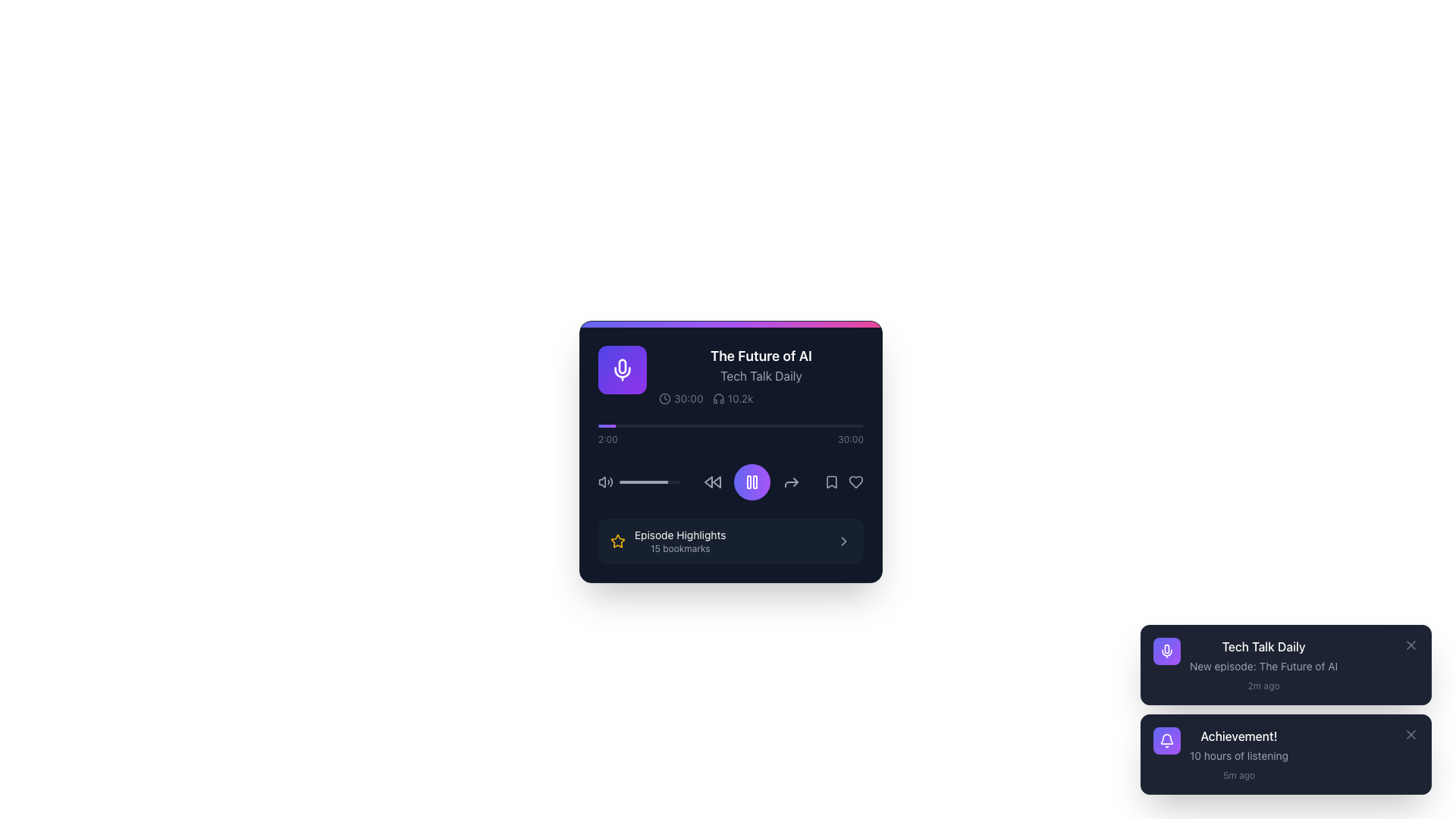 The height and width of the screenshot is (819, 1456). I want to click on numerical value displayed next to the headphones icon in the upper section of the 'The Future of AI' content card, so click(740, 397).